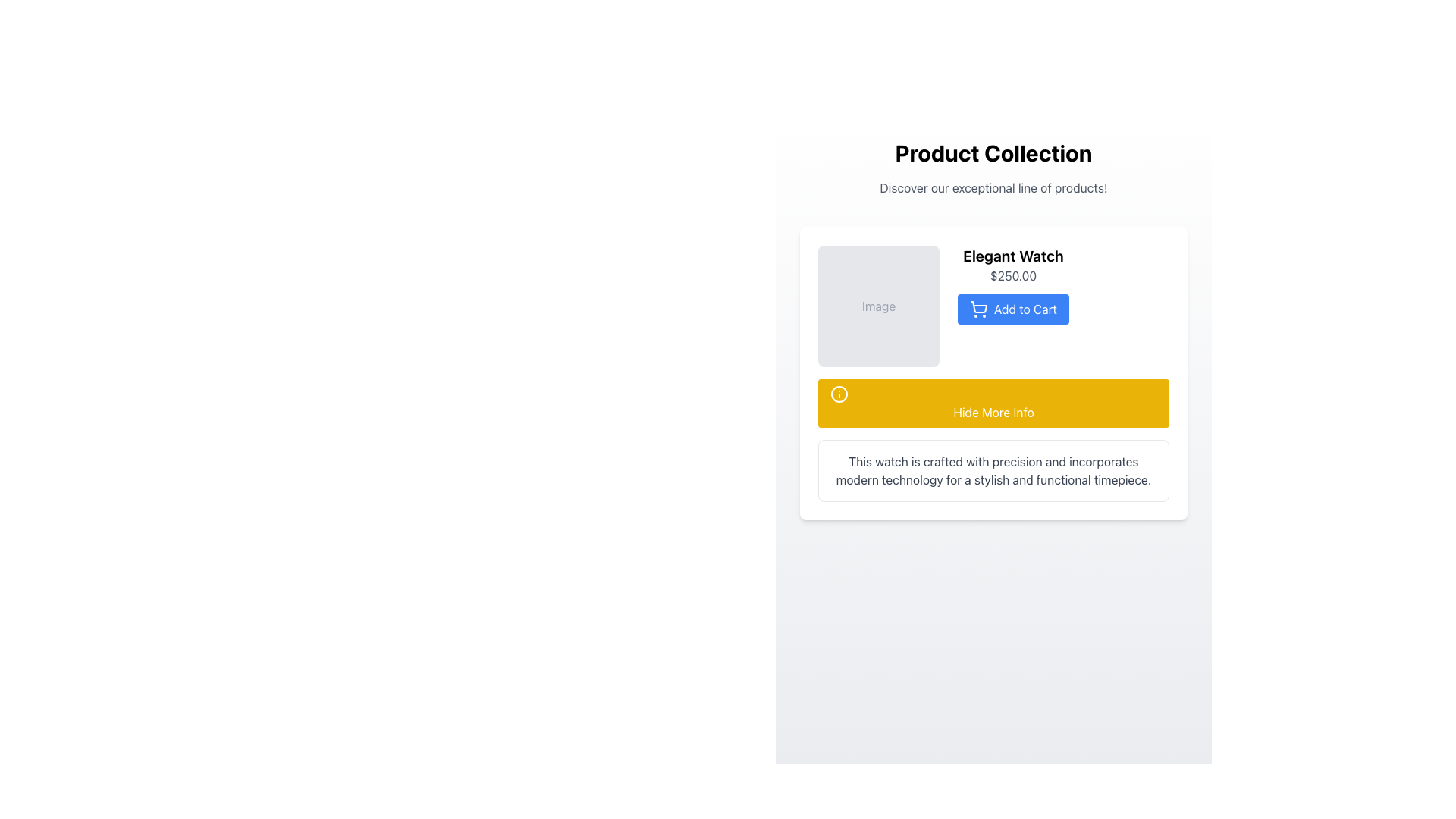 The width and height of the screenshot is (1456, 819). Describe the element at coordinates (979, 309) in the screenshot. I see `the decorative icon that indicates the function of the 'Add to Cart' button, which is positioned directly to the left of the button's text` at that location.